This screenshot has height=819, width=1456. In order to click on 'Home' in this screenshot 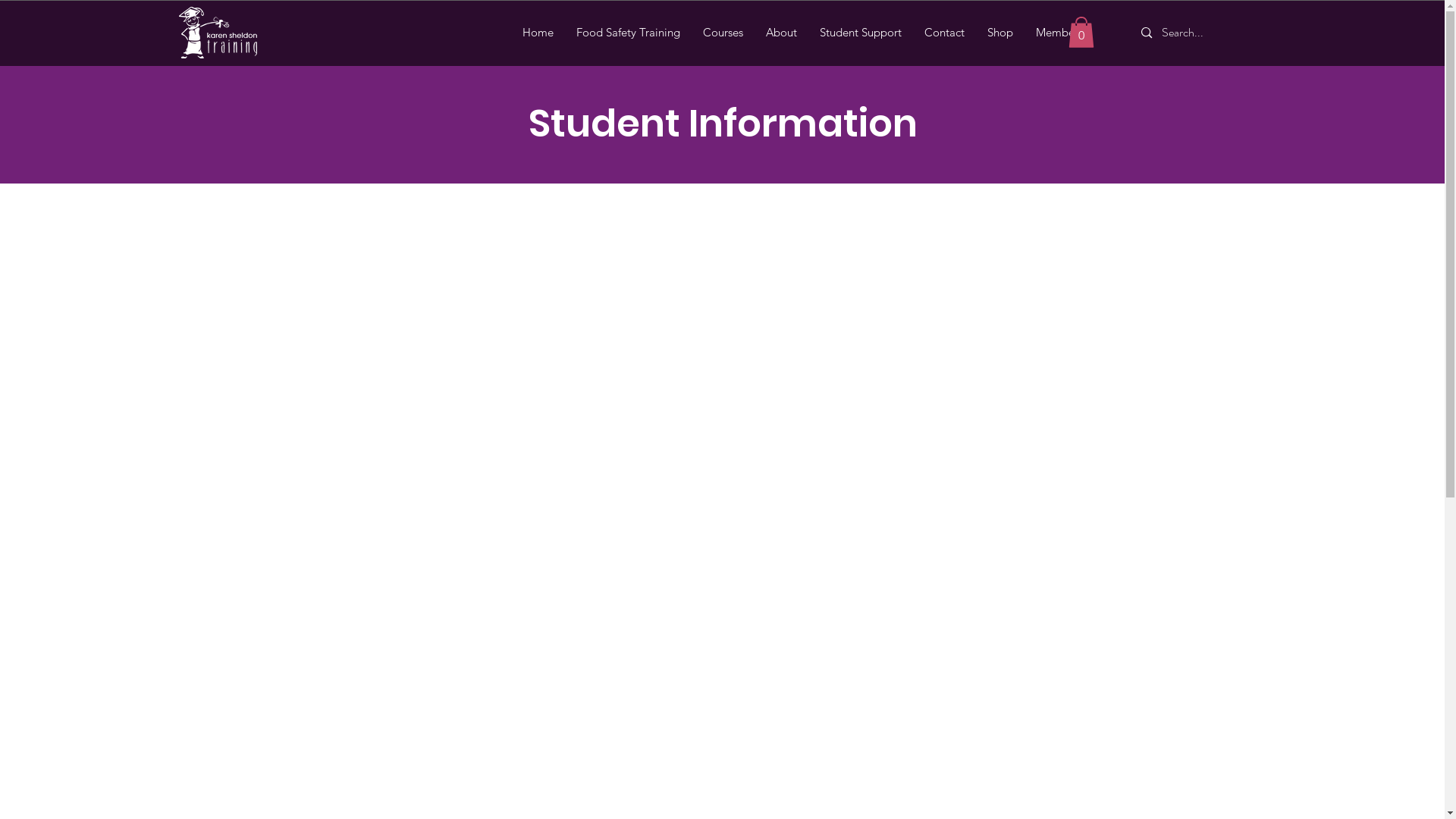, I will do `click(538, 32)`.